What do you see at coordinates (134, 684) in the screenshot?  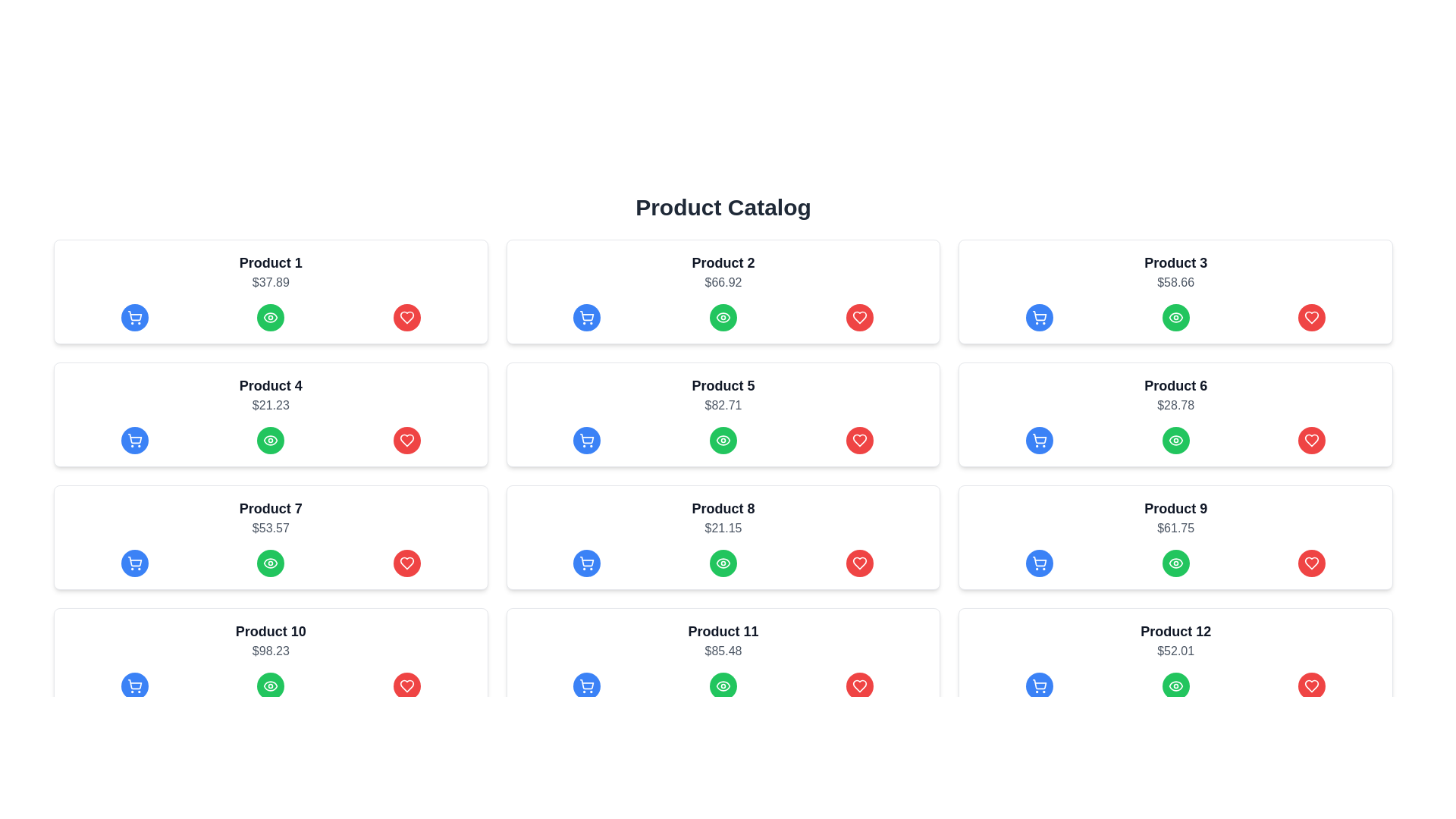 I see `the 'Add to Cart' button/icon located in the bottom-left corner of the 'Product 10' card to trigger a tooltip or highlight effect` at bounding box center [134, 684].